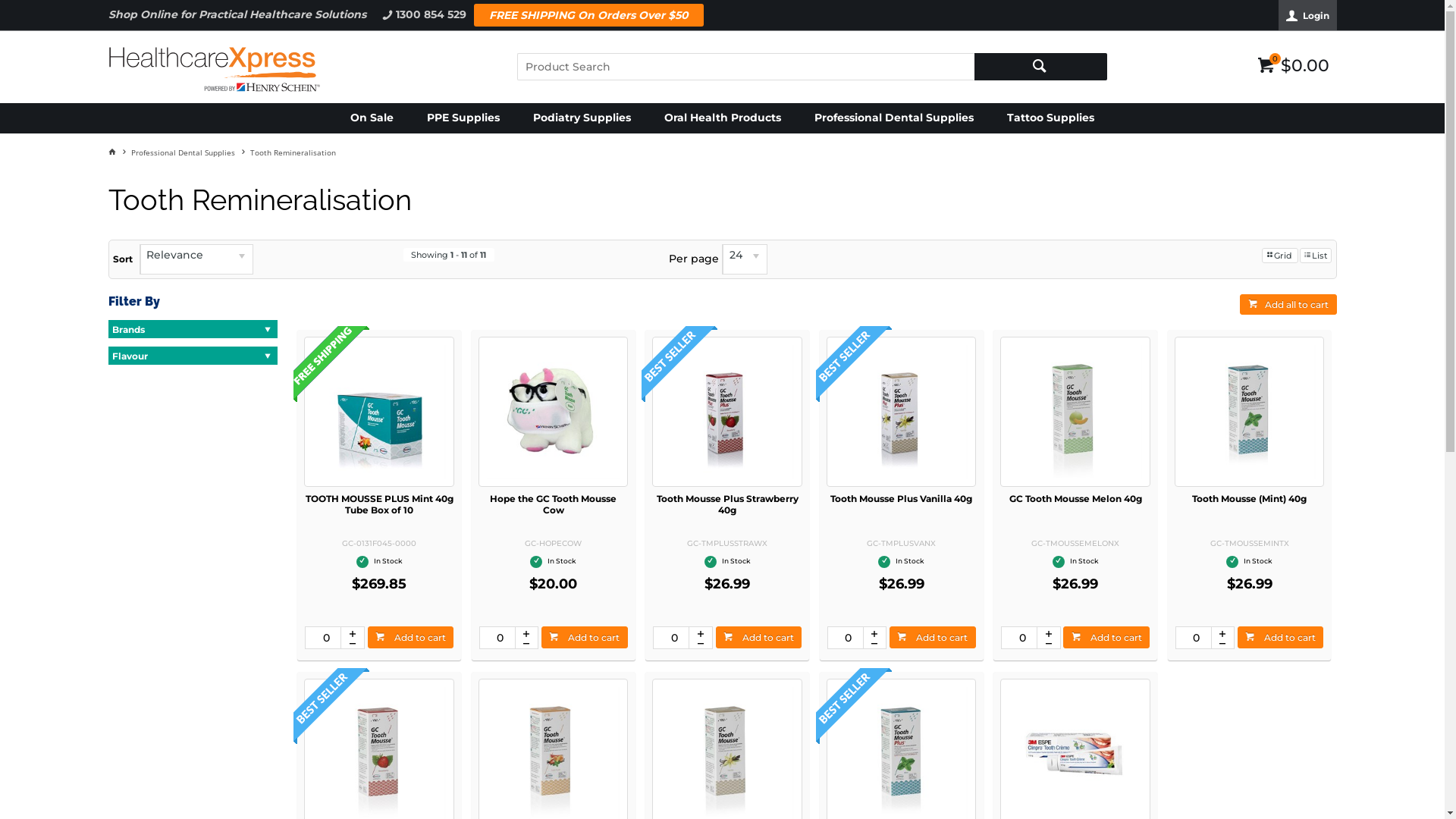 This screenshot has height=819, width=1456. Describe the element at coordinates (372, 117) in the screenshot. I see `'On Sale'` at that location.